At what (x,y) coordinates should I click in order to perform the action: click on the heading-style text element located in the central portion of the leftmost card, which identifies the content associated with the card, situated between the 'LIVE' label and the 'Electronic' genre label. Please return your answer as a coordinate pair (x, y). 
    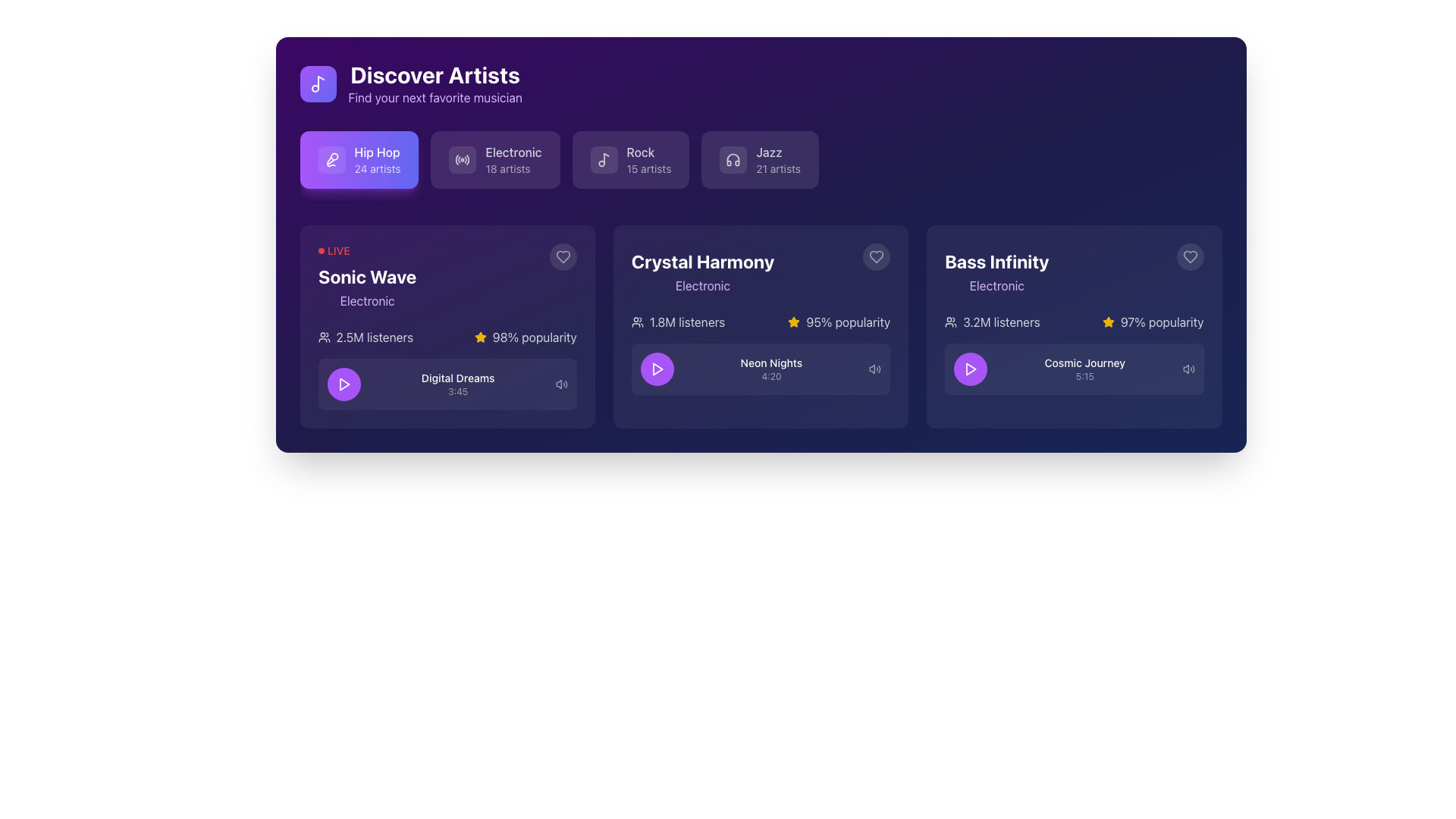
    Looking at the image, I should click on (367, 277).